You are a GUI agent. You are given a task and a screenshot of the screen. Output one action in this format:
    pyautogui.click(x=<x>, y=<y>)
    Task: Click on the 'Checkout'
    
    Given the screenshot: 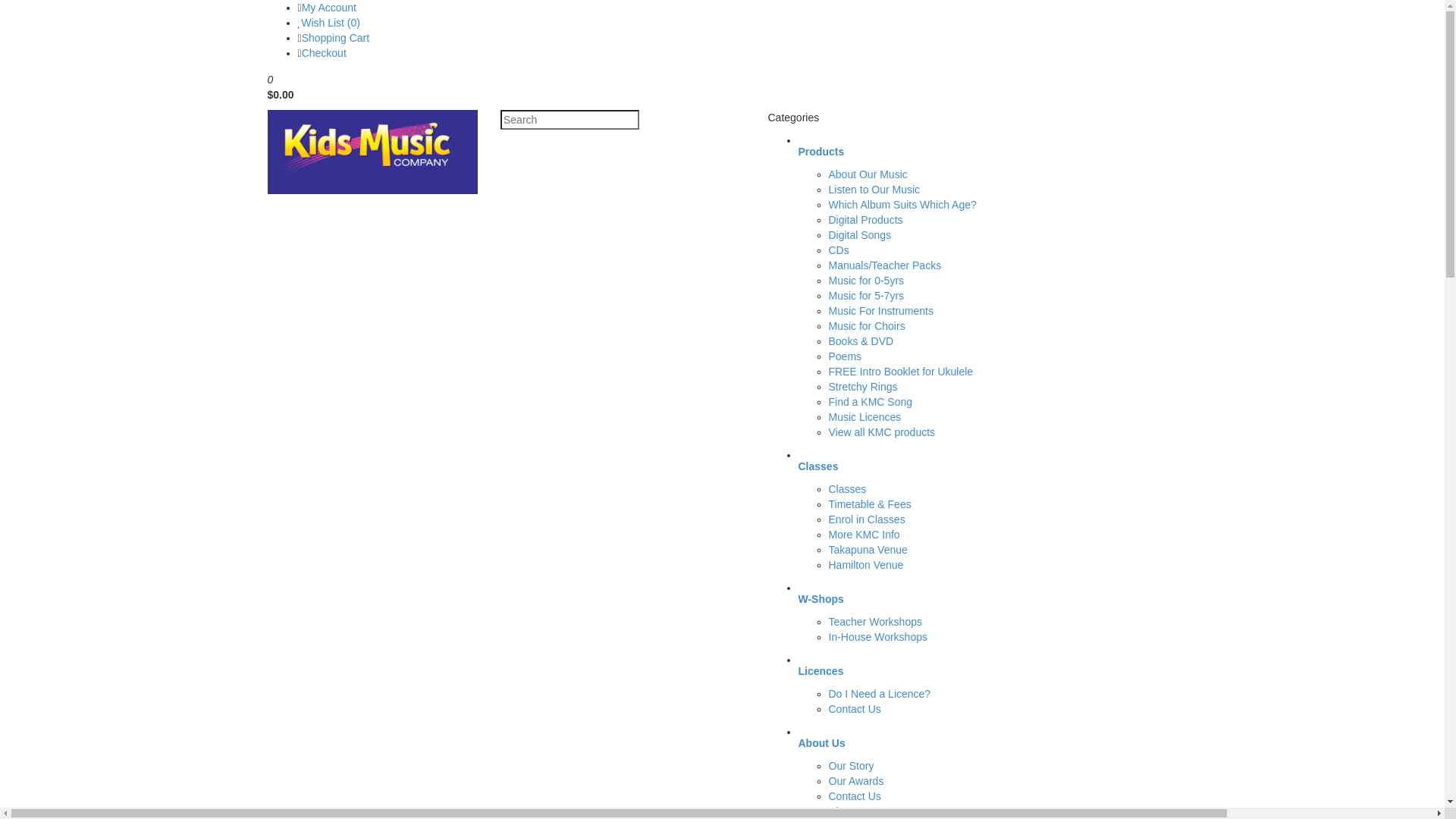 What is the action you would take?
    pyautogui.click(x=323, y=52)
    